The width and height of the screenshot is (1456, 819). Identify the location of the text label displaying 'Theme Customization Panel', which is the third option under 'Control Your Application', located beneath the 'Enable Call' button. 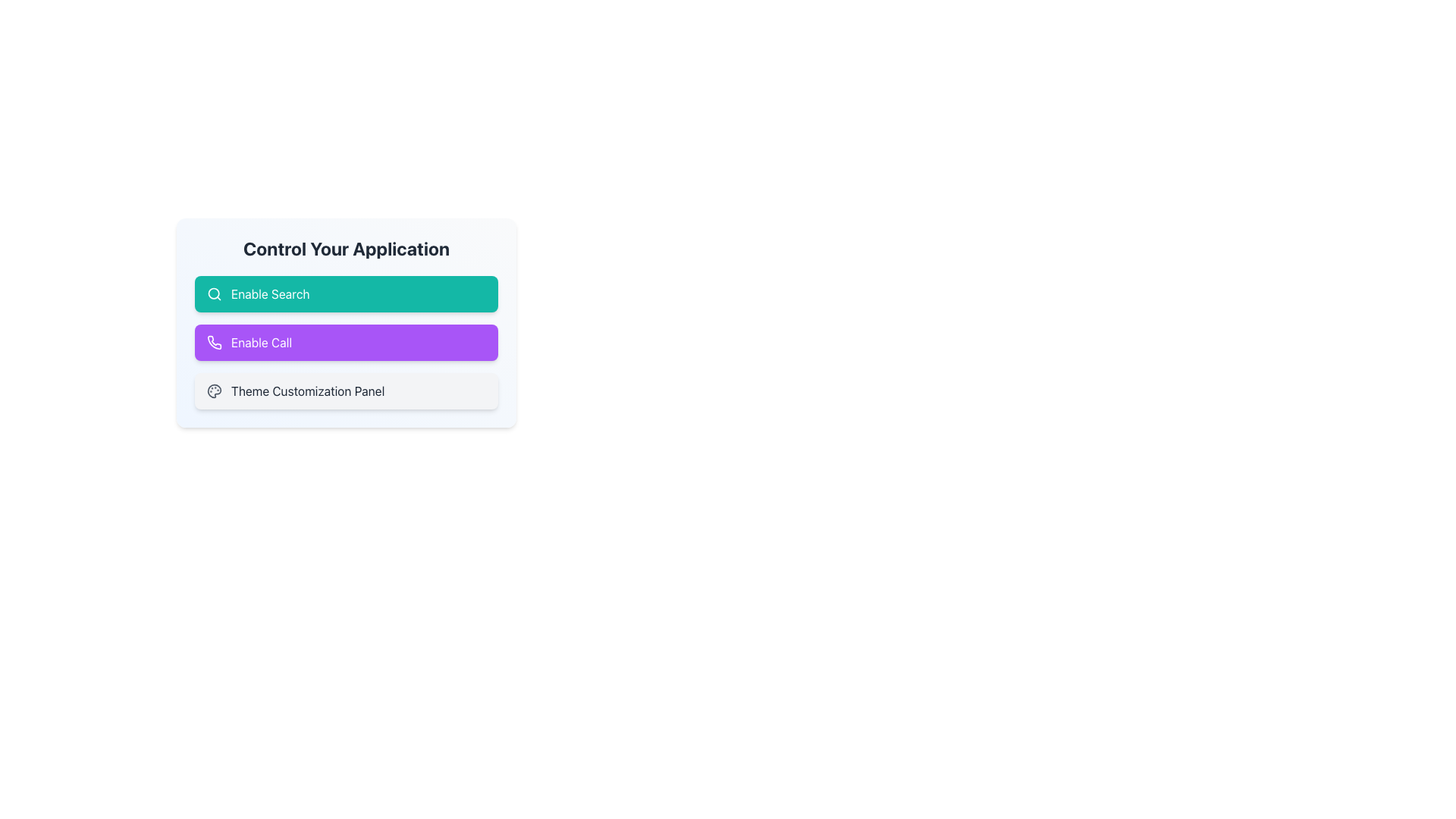
(307, 391).